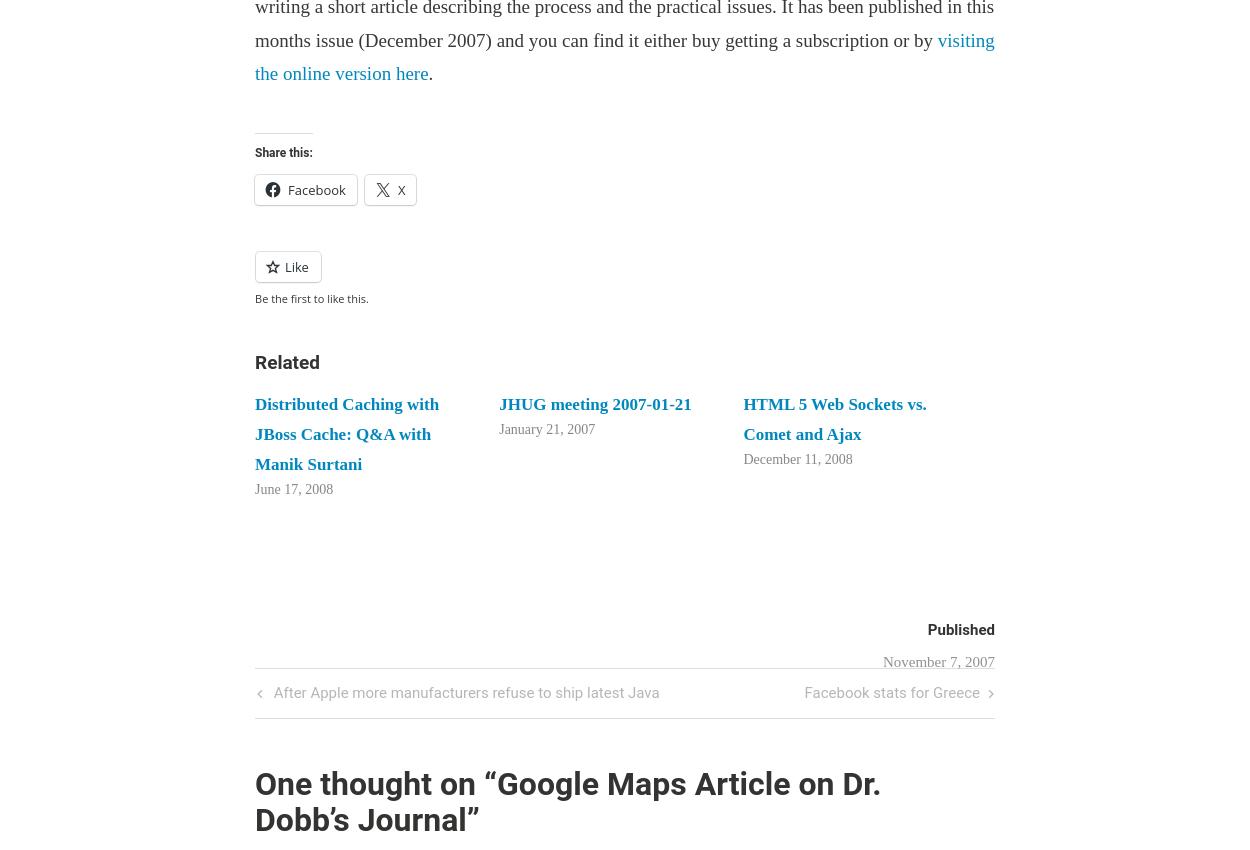 The image size is (1250, 850). Describe the element at coordinates (623, 56) in the screenshot. I see `'visiting the online version here'` at that location.